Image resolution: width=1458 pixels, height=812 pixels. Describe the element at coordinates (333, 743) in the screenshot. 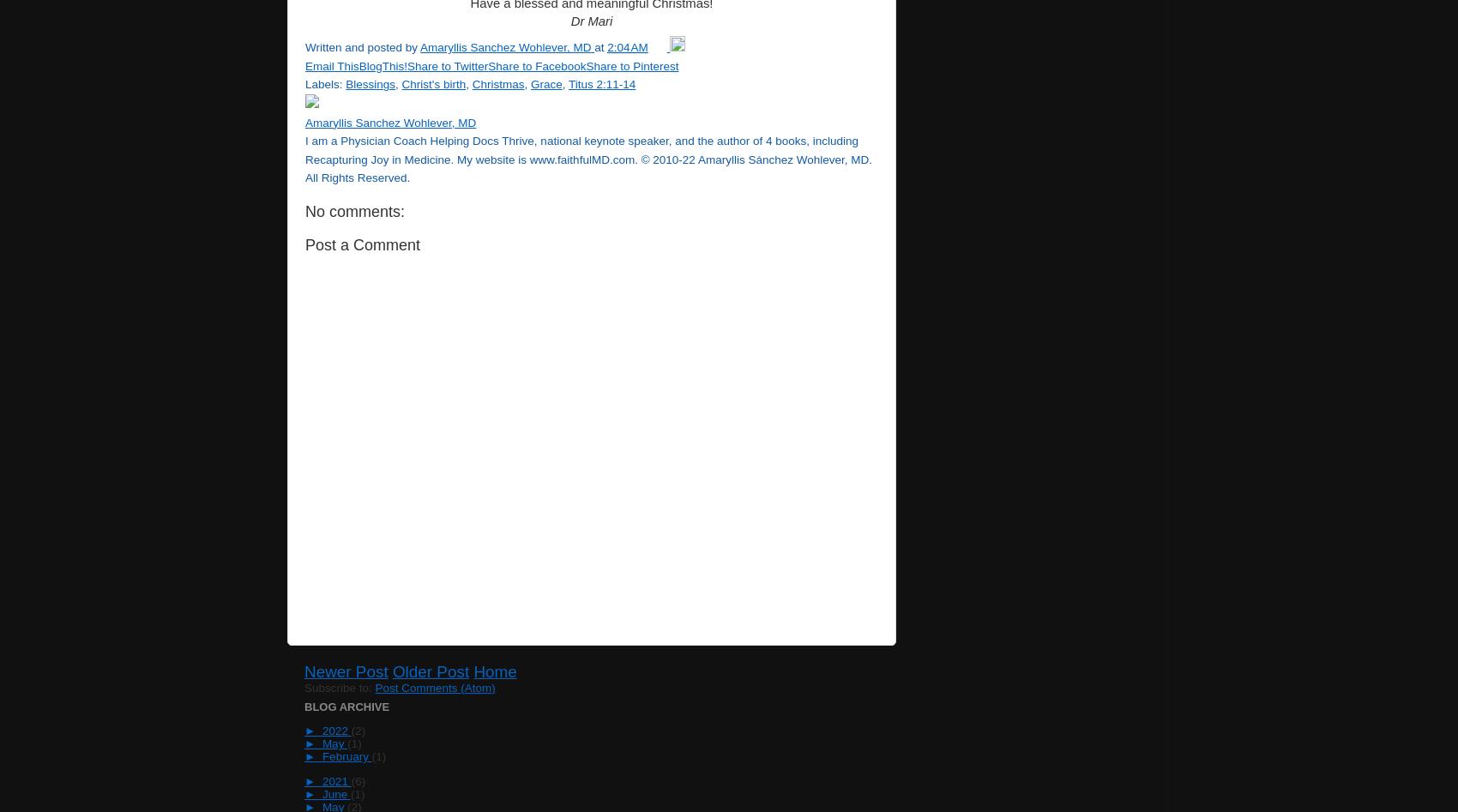

I see `'May'` at that location.